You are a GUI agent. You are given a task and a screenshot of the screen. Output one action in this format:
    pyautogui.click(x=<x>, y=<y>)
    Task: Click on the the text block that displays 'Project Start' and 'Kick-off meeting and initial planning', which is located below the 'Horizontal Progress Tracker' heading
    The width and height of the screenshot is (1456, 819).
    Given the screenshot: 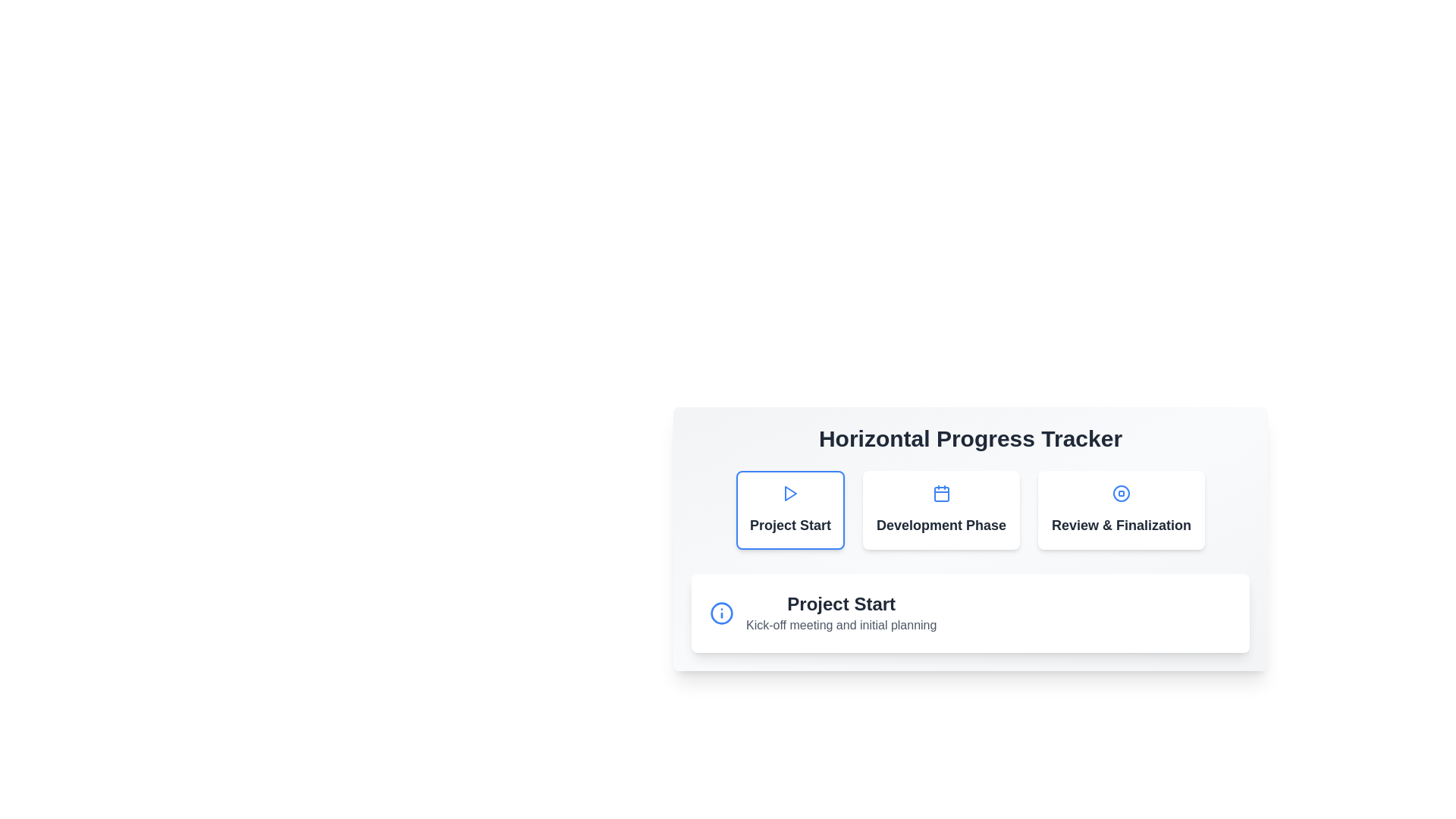 What is the action you would take?
    pyautogui.click(x=840, y=613)
    